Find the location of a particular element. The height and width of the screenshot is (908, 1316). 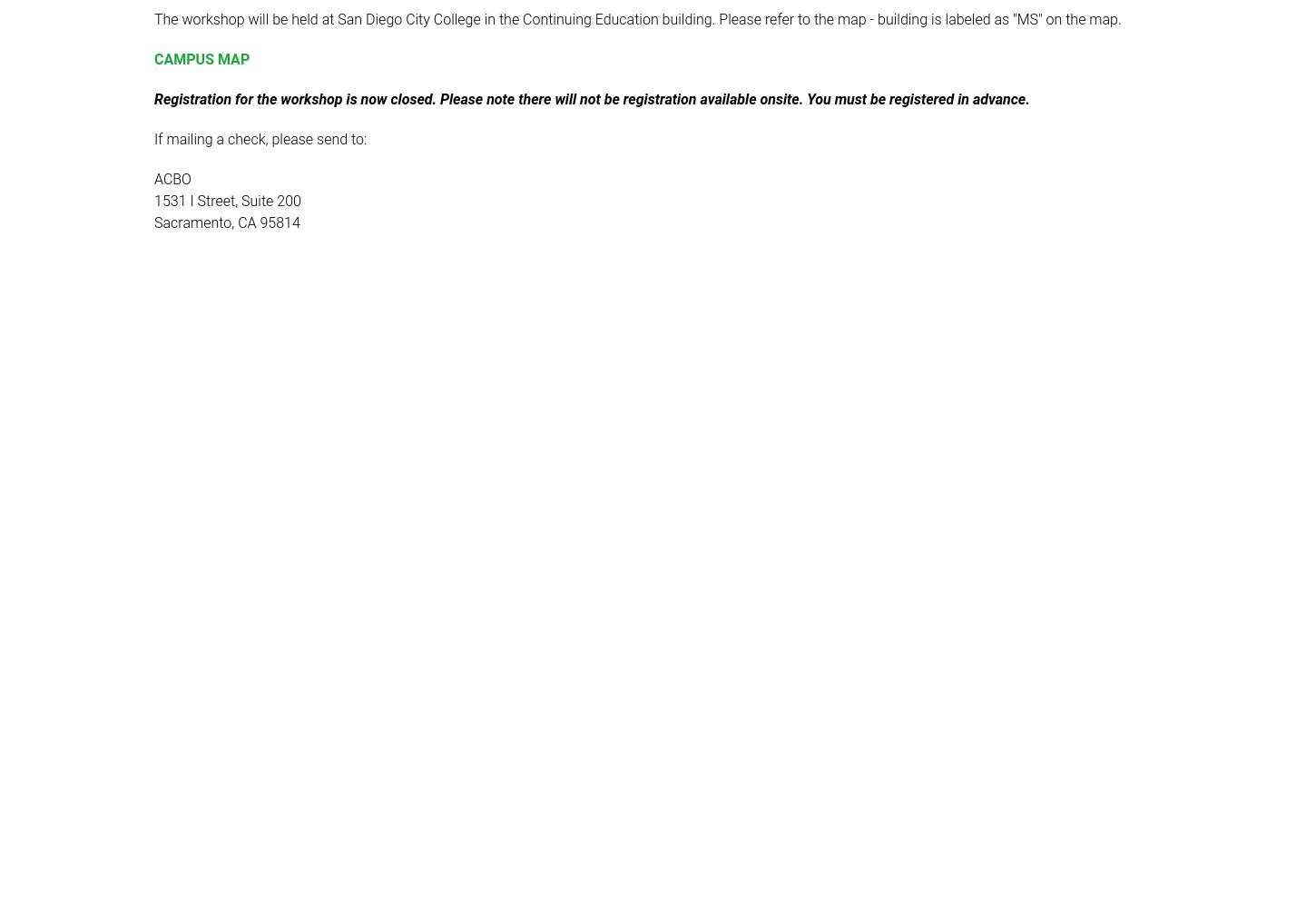

'Registration for the workshop is now closed. Please note there will not be registration available onsite. You must be registered in advance.' is located at coordinates (591, 98).